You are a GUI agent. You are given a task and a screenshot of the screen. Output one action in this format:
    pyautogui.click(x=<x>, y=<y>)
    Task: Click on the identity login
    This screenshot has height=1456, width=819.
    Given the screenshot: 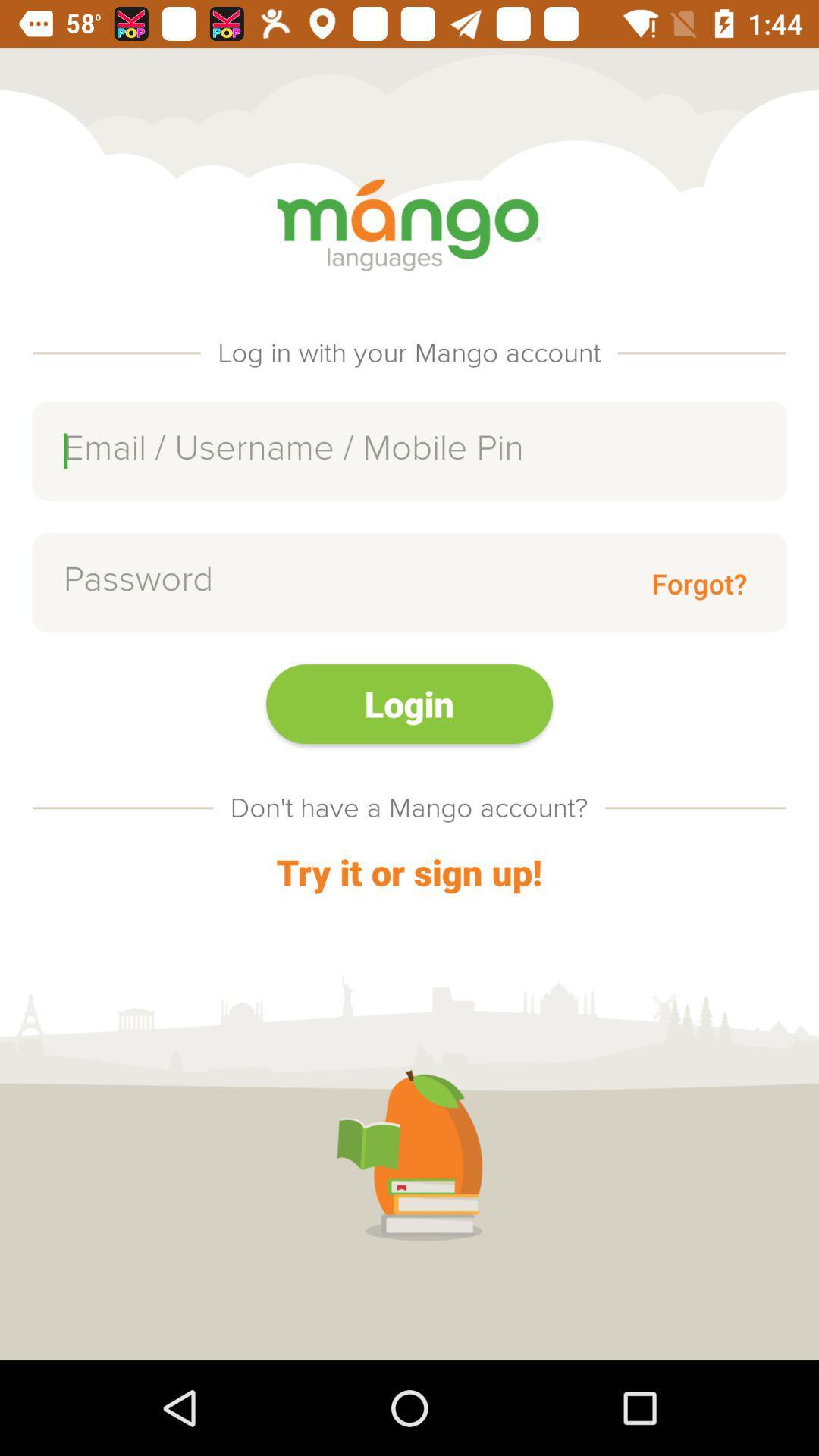 What is the action you would take?
    pyautogui.click(x=409, y=450)
    